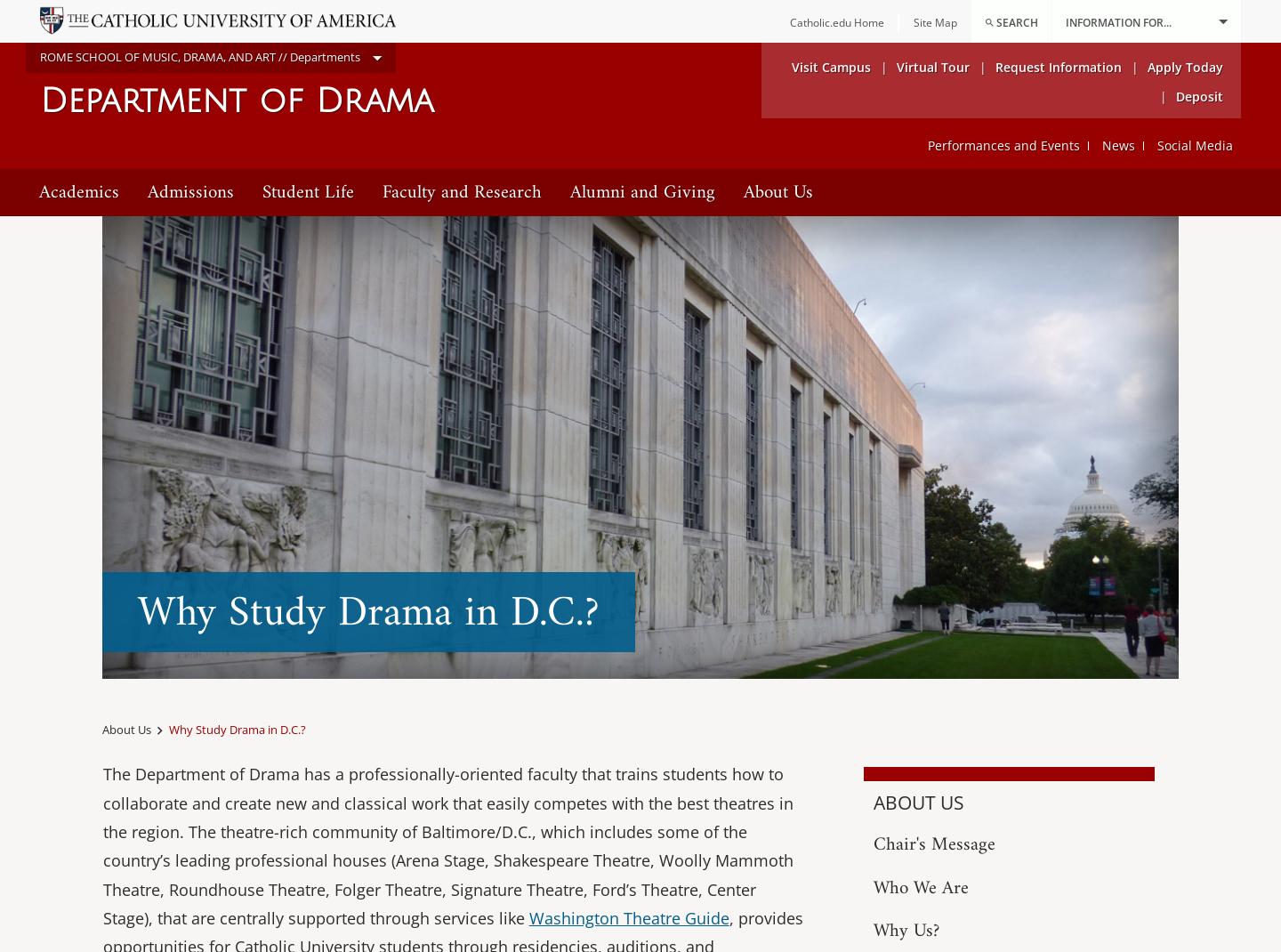  What do you see at coordinates (641, 190) in the screenshot?
I see `'Alumni and Giving'` at bounding box center [641, 190].